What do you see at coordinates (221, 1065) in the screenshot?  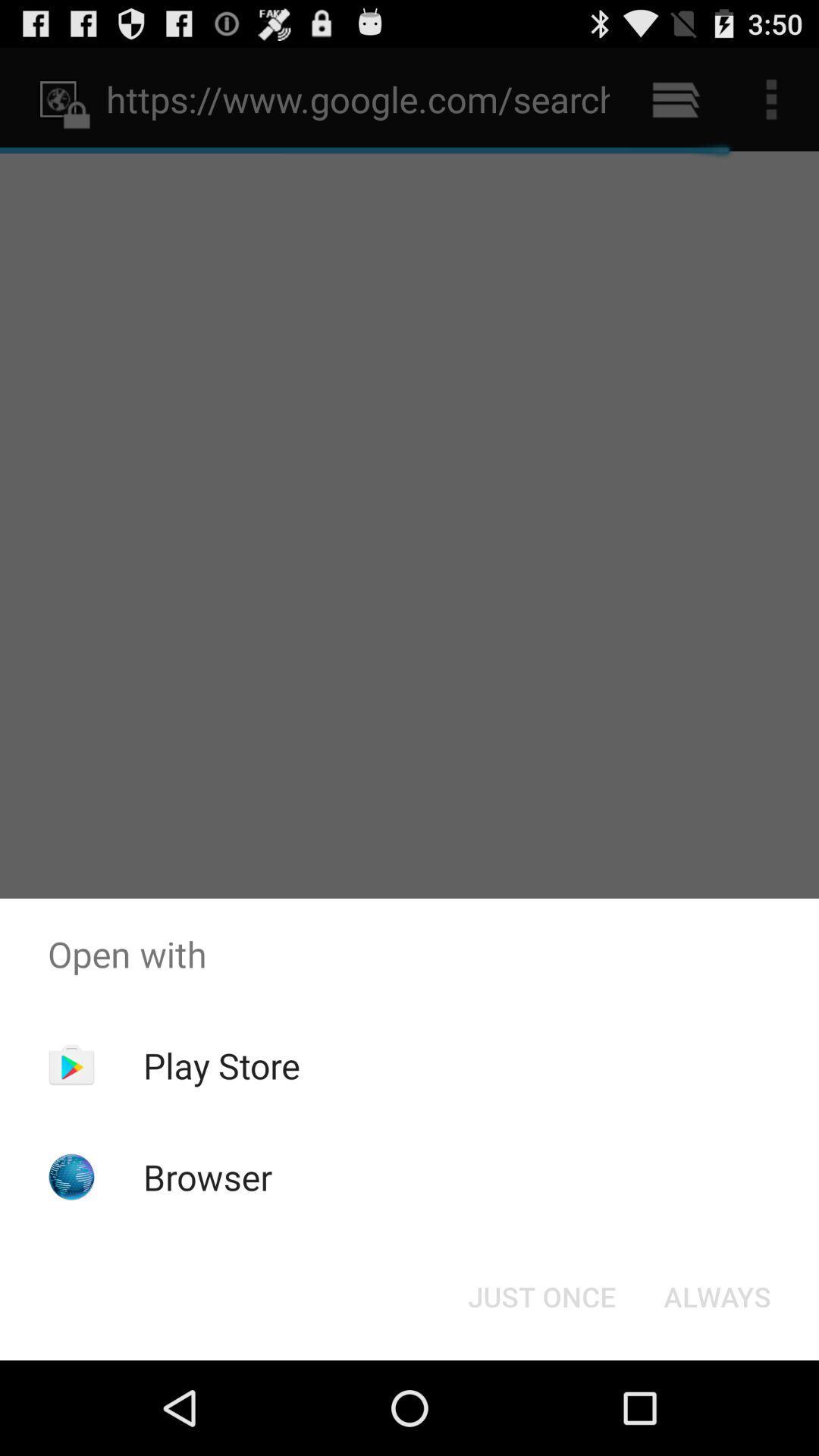 I see `play store` at bounding box center [221, 1065].